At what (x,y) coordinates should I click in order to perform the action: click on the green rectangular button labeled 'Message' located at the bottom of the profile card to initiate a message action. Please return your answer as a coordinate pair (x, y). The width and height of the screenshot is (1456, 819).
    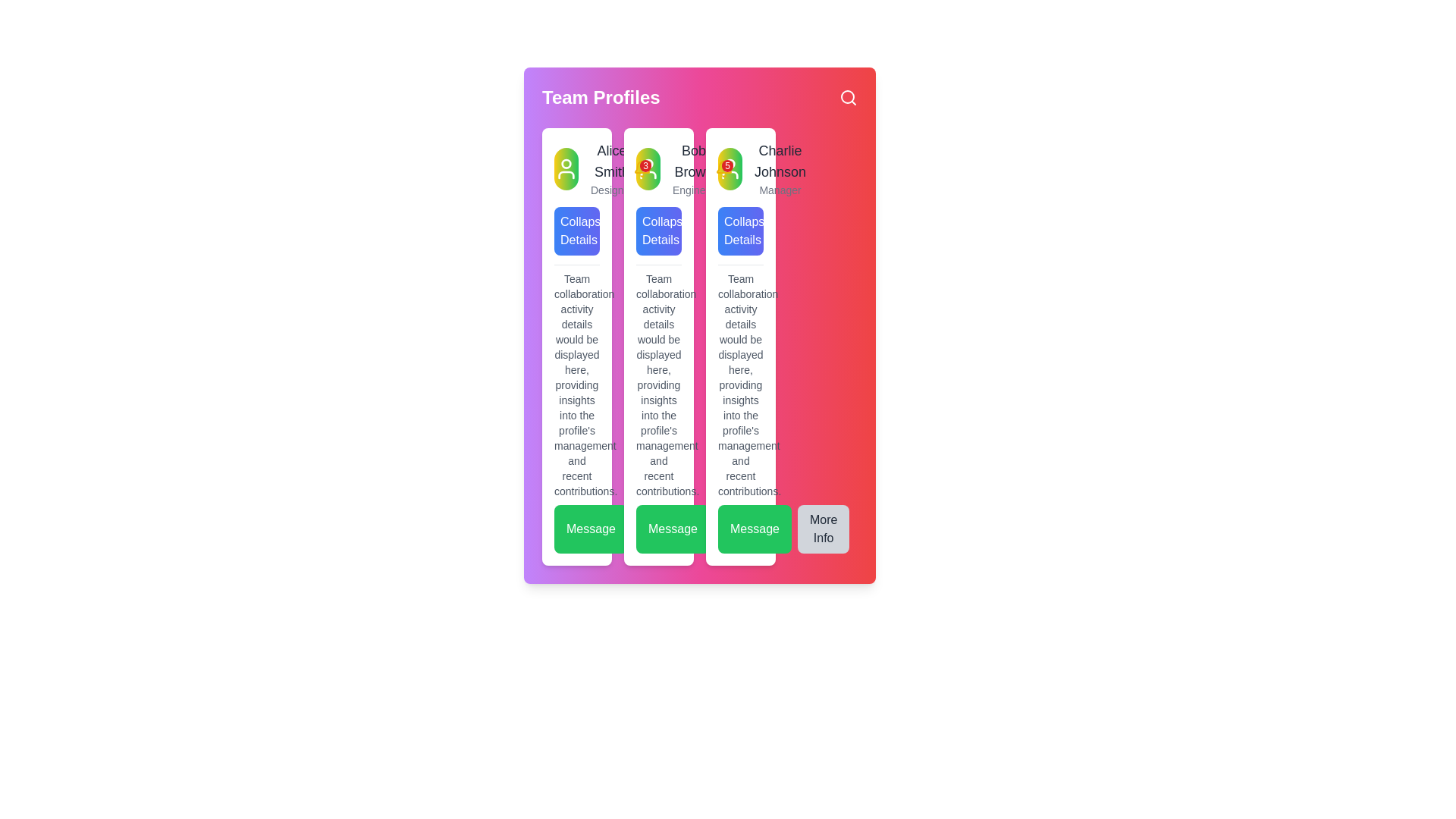
    Looking at the image, I should click on (672, 529).